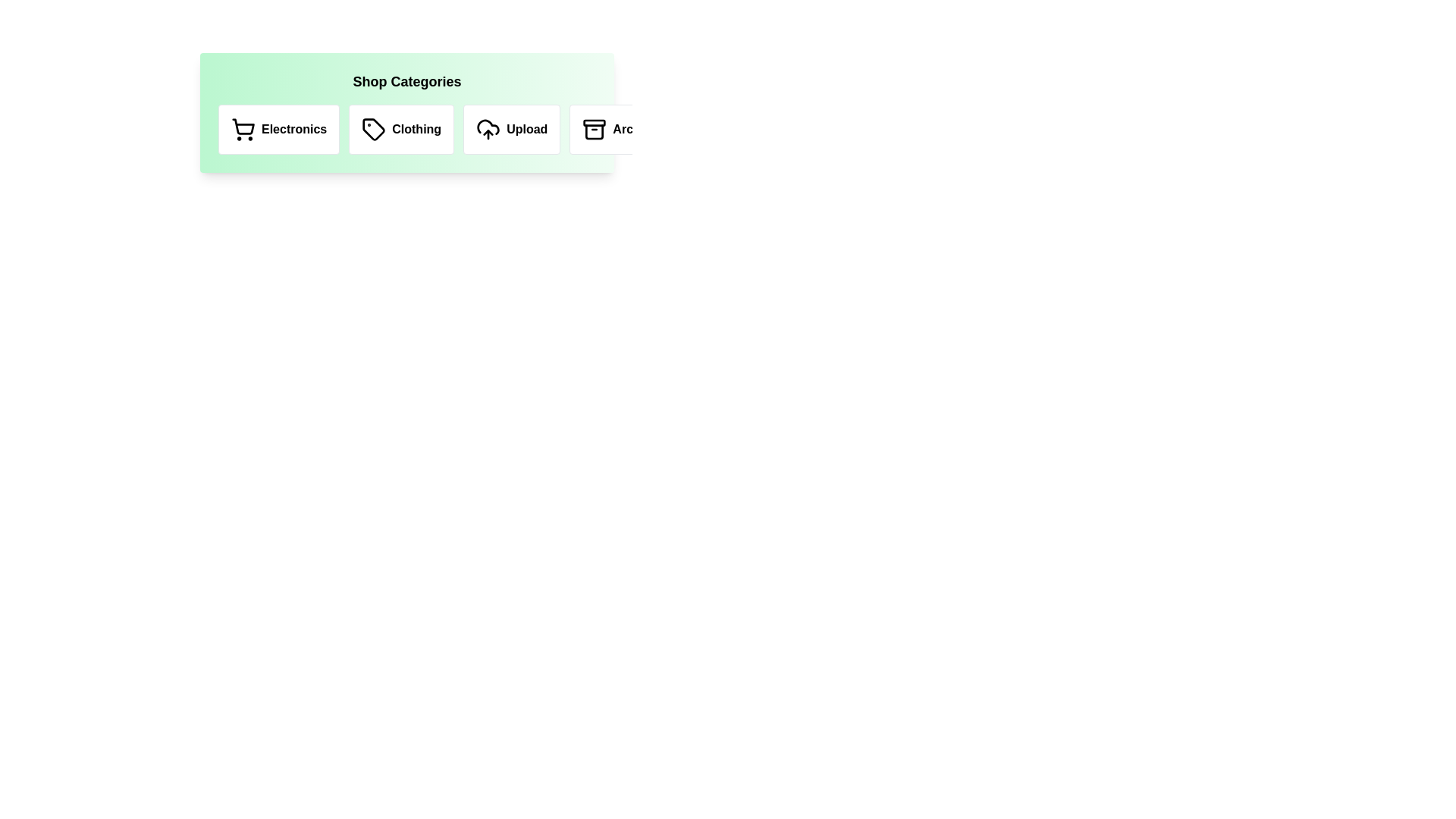 This screenshot has width=1456, height=819. What do you see at coordinates (401, 128) in the screenshot?
I see `the text of the category label Clothing` at bounding box center [401, 128].